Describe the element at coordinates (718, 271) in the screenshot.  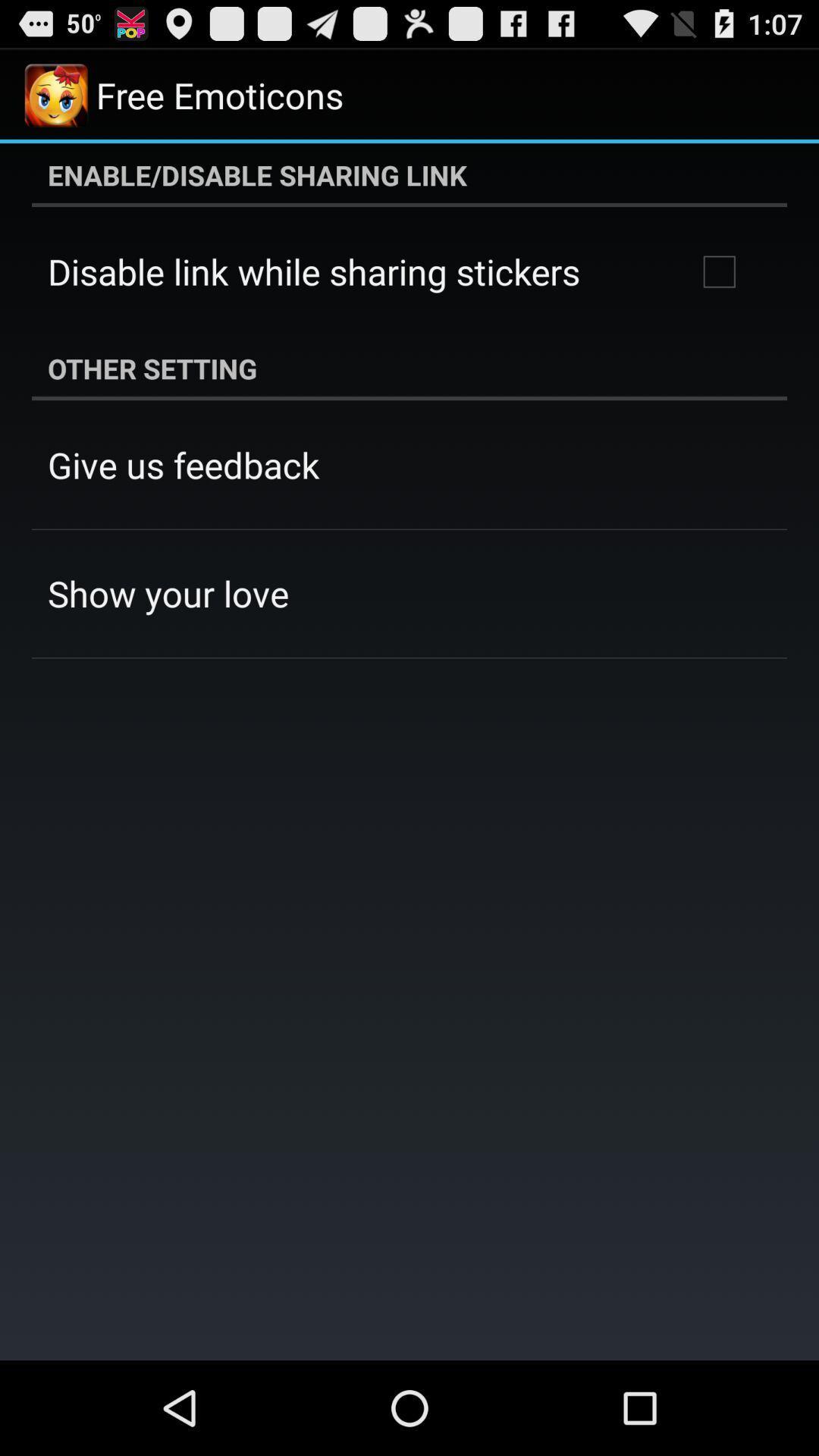
I see `the item above other setting item` at that location.